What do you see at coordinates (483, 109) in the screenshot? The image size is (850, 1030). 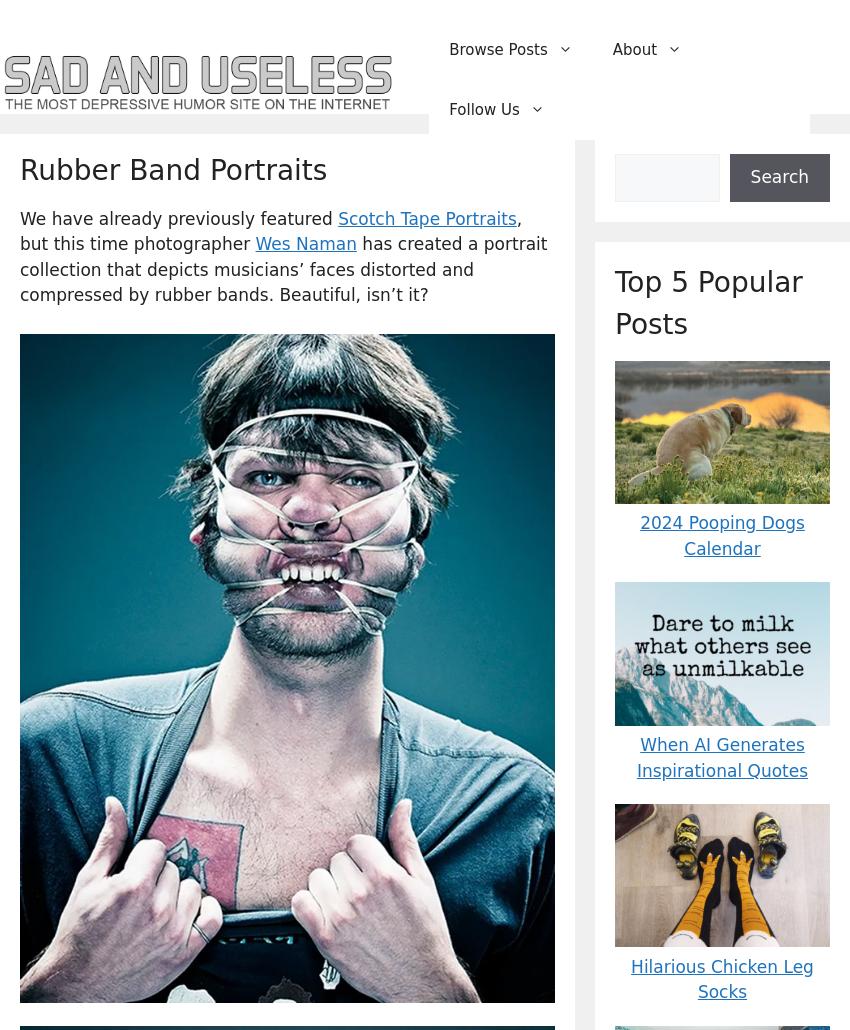 I see `'Follow Us'` at bounding box center [483, 109].